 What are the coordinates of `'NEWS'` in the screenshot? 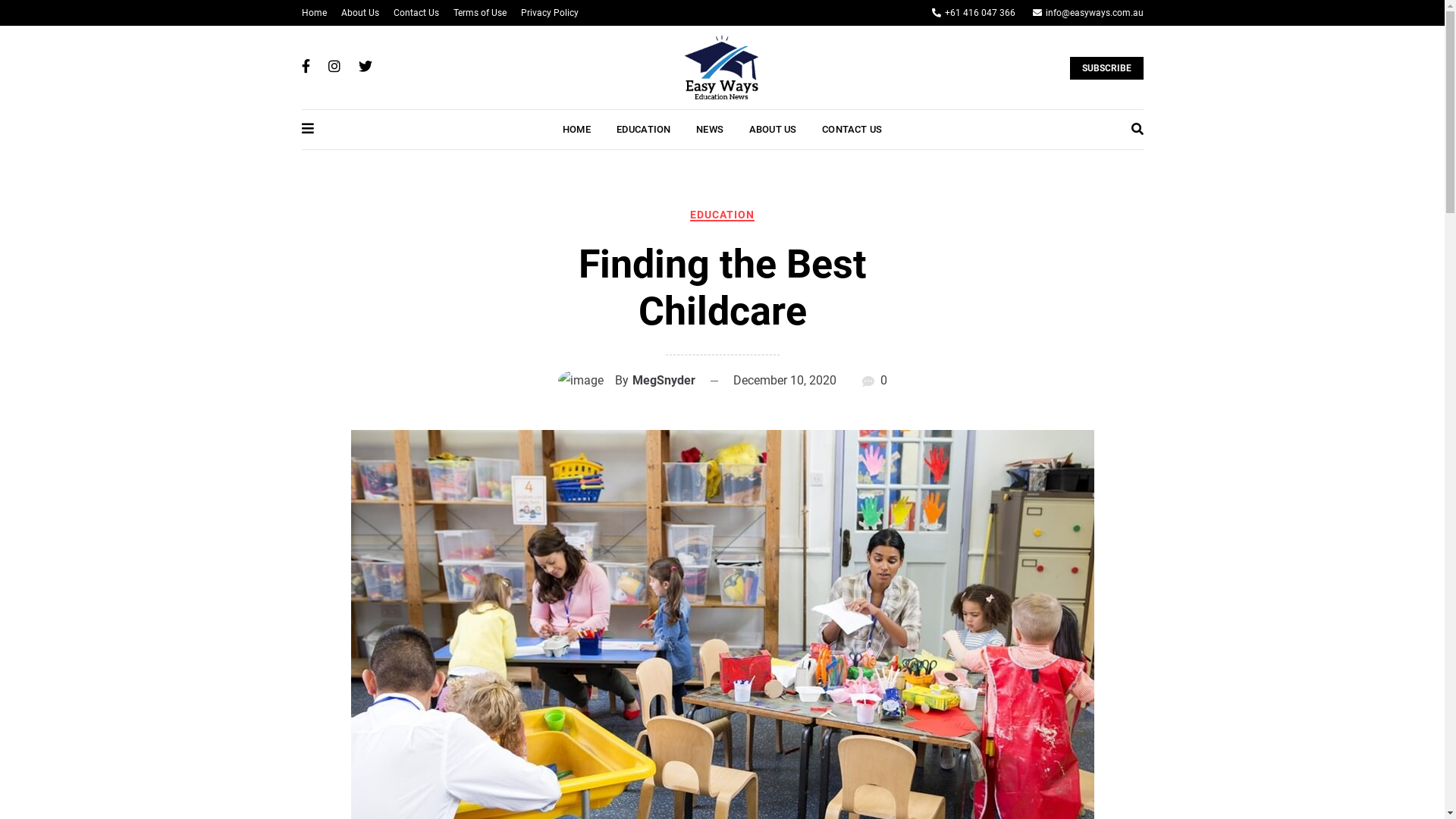 It's located at (709, 128).